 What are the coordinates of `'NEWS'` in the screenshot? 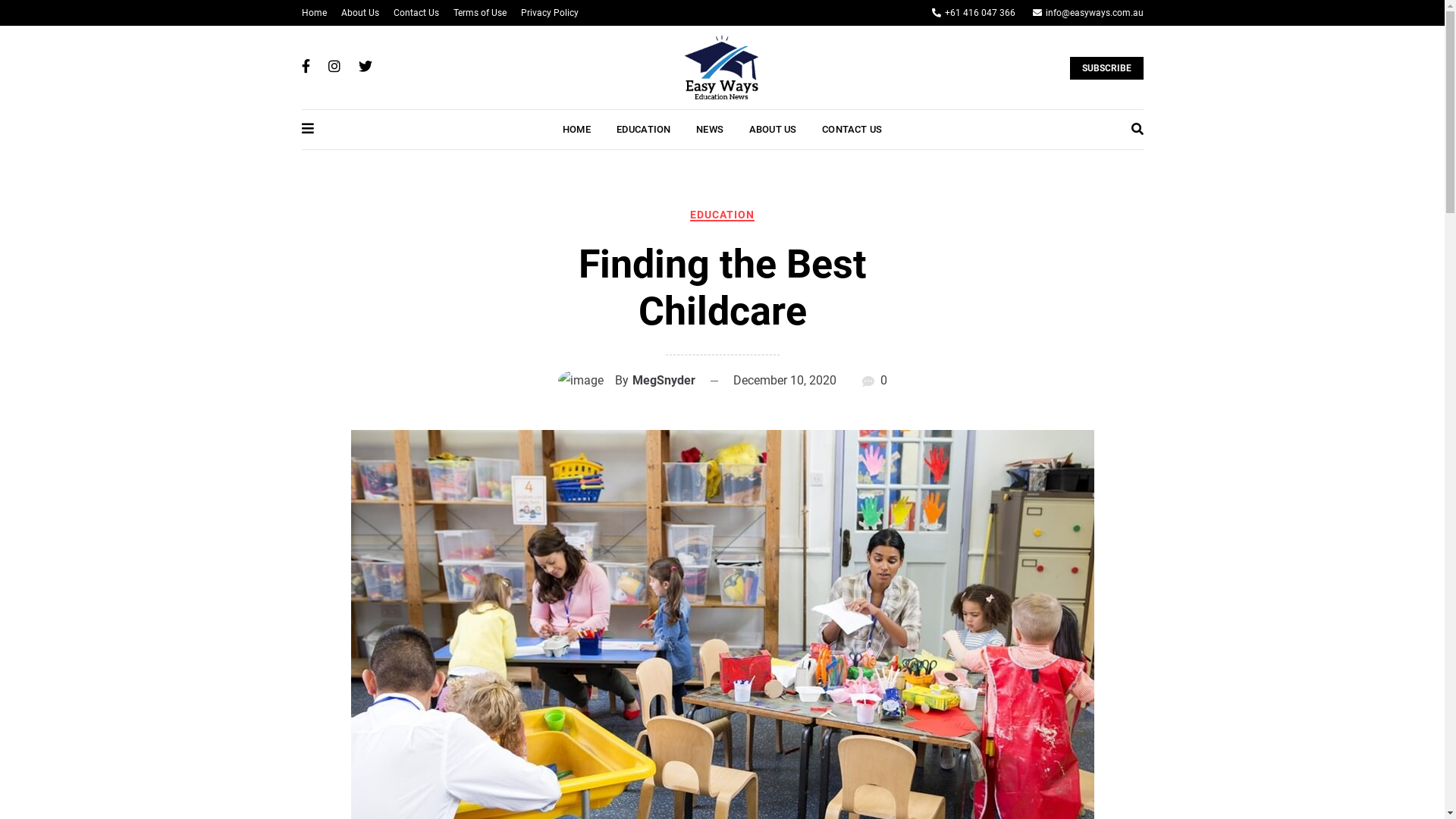 It's located at (709, 128).